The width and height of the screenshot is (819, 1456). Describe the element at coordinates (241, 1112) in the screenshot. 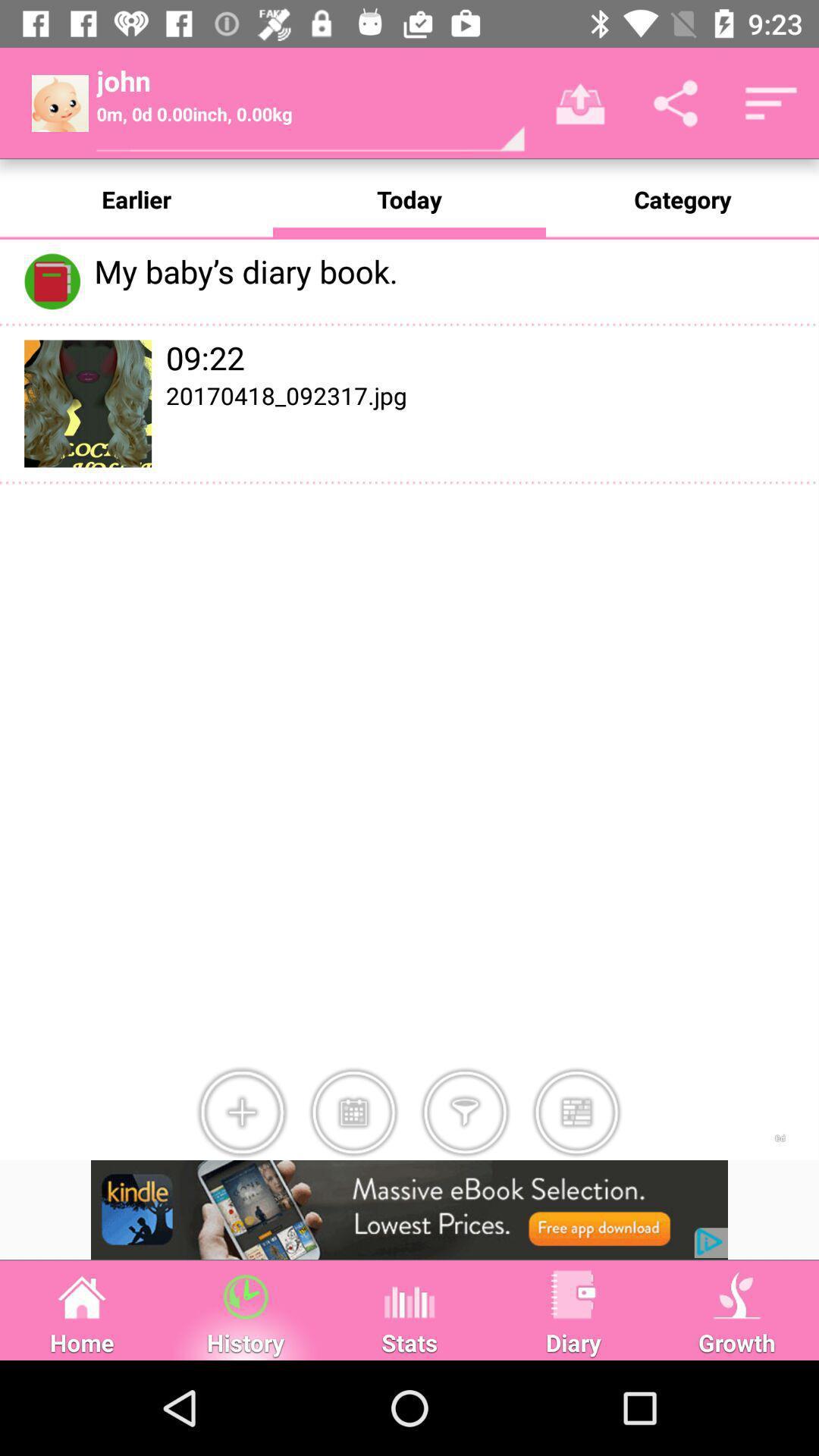

I see `item` at that location.